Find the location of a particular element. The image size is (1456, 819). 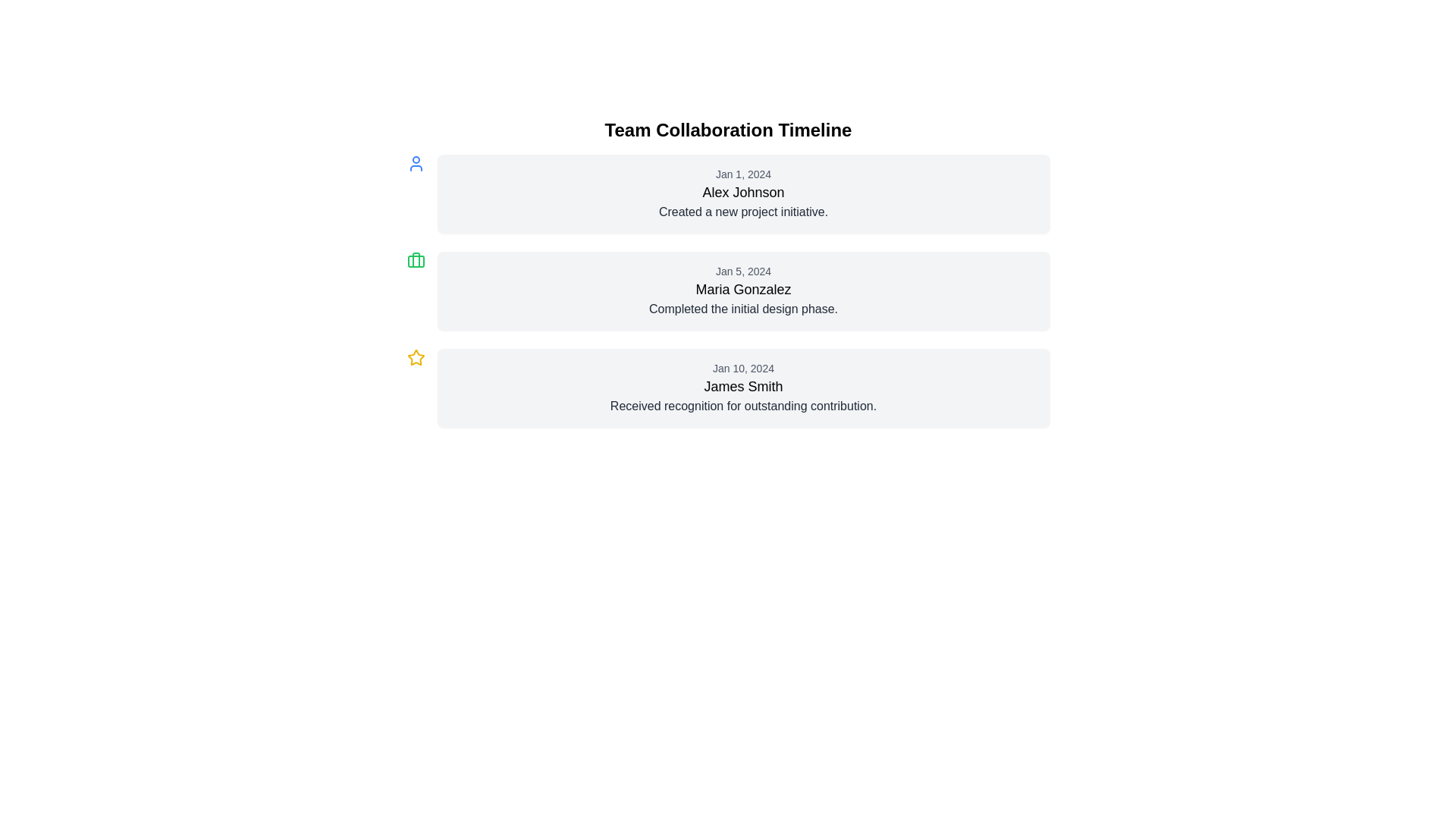

the design of the green rectangular element with rounded corners, which is part of the icon group representing briefcase functionality, centered with the timeline's second entry is located at coordinates (416, 260).